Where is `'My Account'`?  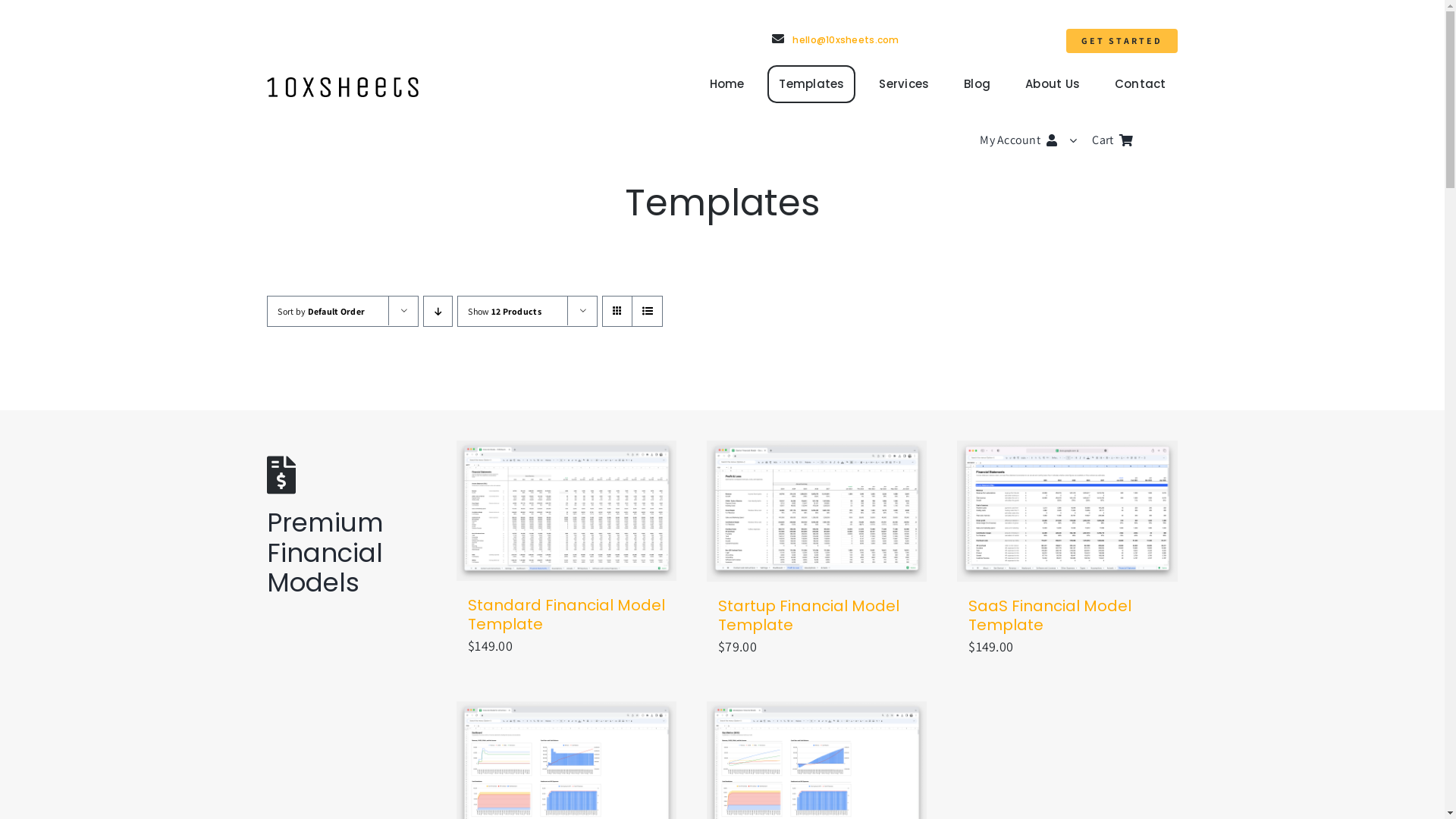
'My Account' is located at coordinates (1035, 140).